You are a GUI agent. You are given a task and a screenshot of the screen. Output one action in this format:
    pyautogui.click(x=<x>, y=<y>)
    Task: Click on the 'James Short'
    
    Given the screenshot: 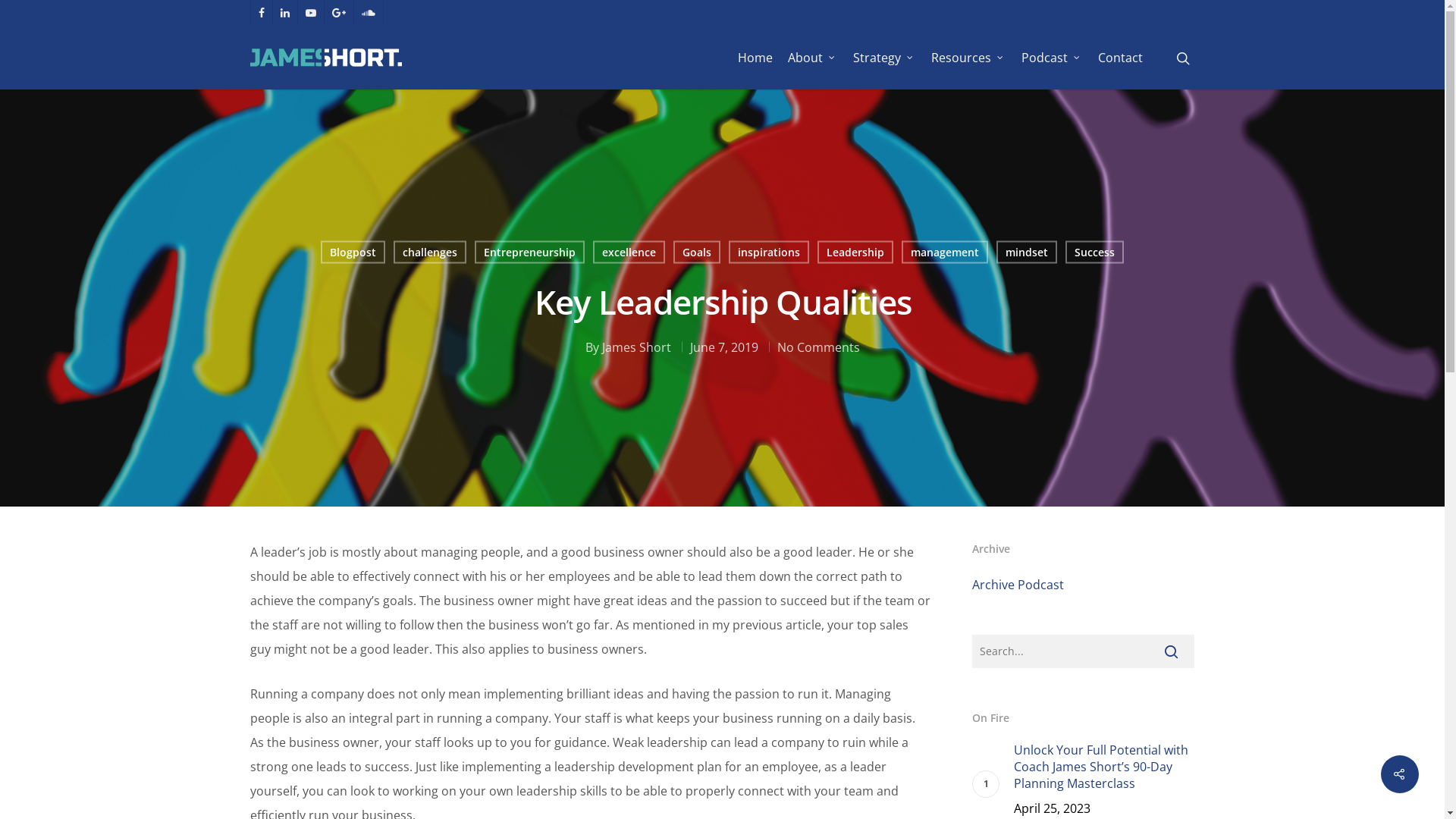 What is the action you would take?
    pyautogui.click(x=636, y=346)
    